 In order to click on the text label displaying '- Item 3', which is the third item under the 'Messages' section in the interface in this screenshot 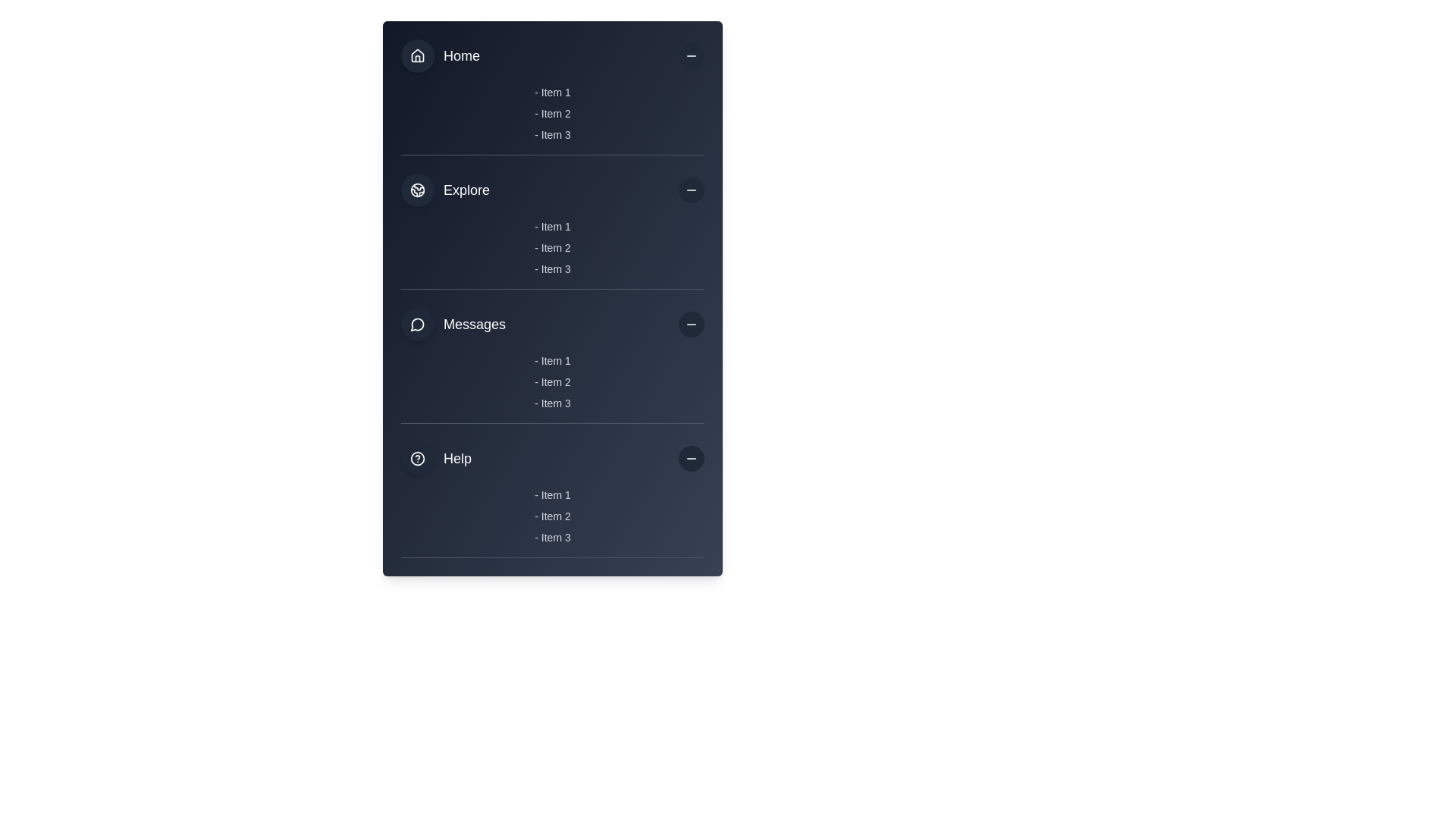, I will do `click(552, 403)`.